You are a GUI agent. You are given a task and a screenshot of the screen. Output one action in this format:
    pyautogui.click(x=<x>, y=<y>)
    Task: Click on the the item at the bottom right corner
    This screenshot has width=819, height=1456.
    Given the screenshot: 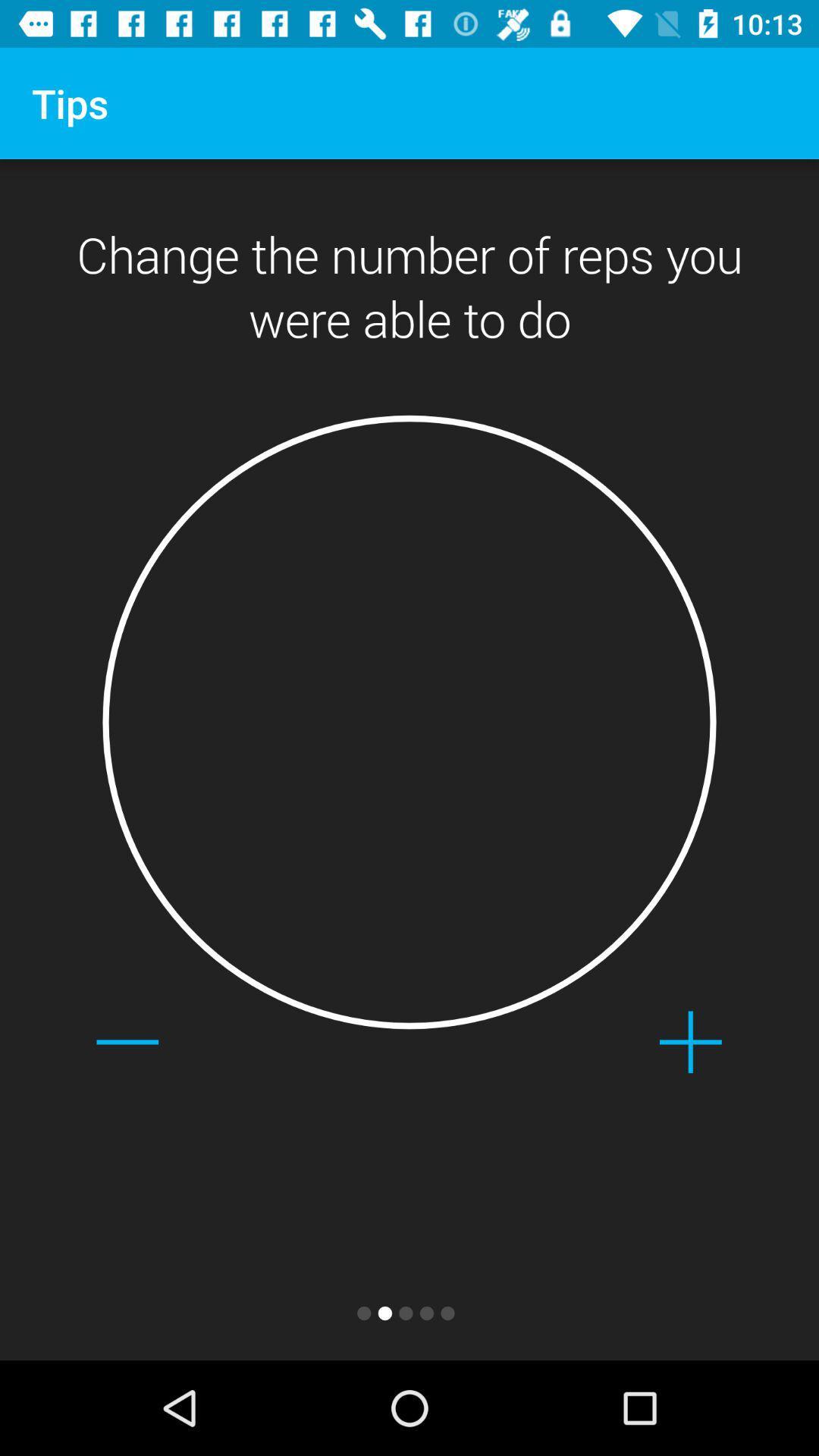 What is the action you would take?
    pyautogui.click(x=690, y=1041)
    